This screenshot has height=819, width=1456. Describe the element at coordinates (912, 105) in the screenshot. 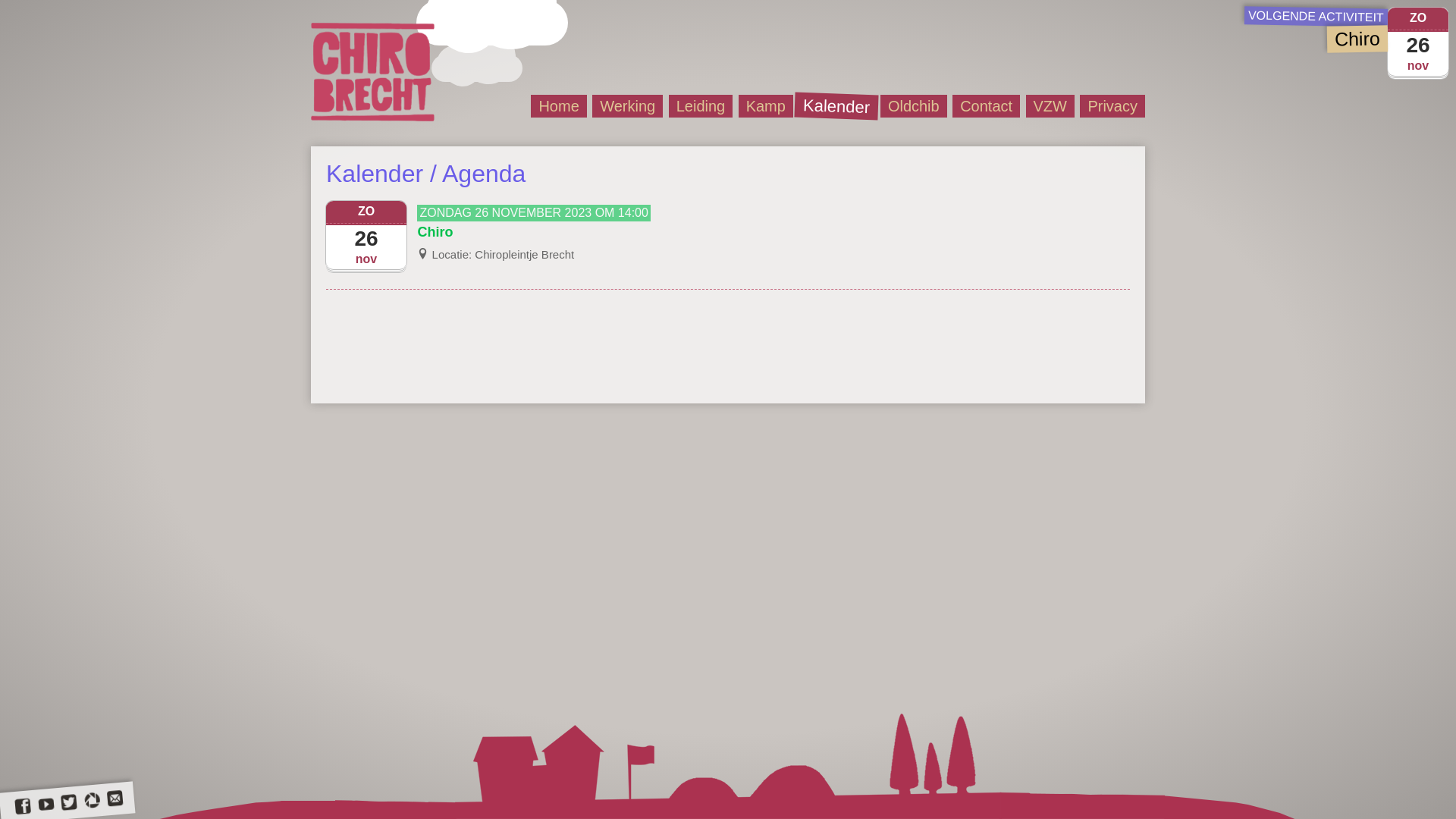

I see `'Oldchib'` at that location.